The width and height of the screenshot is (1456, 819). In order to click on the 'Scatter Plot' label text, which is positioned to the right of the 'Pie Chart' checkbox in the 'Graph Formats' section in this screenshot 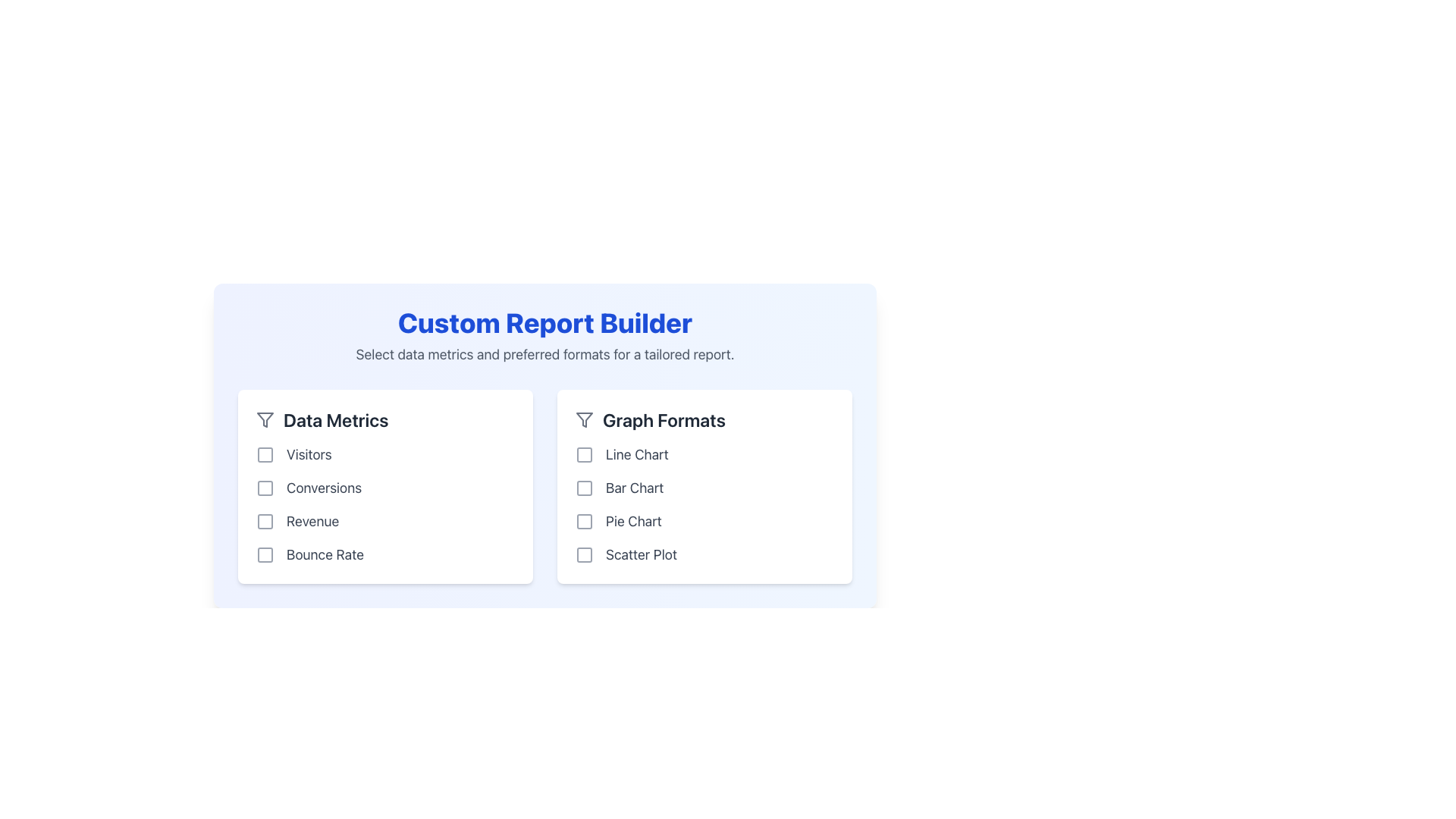, I will do `click(641, 555)`.